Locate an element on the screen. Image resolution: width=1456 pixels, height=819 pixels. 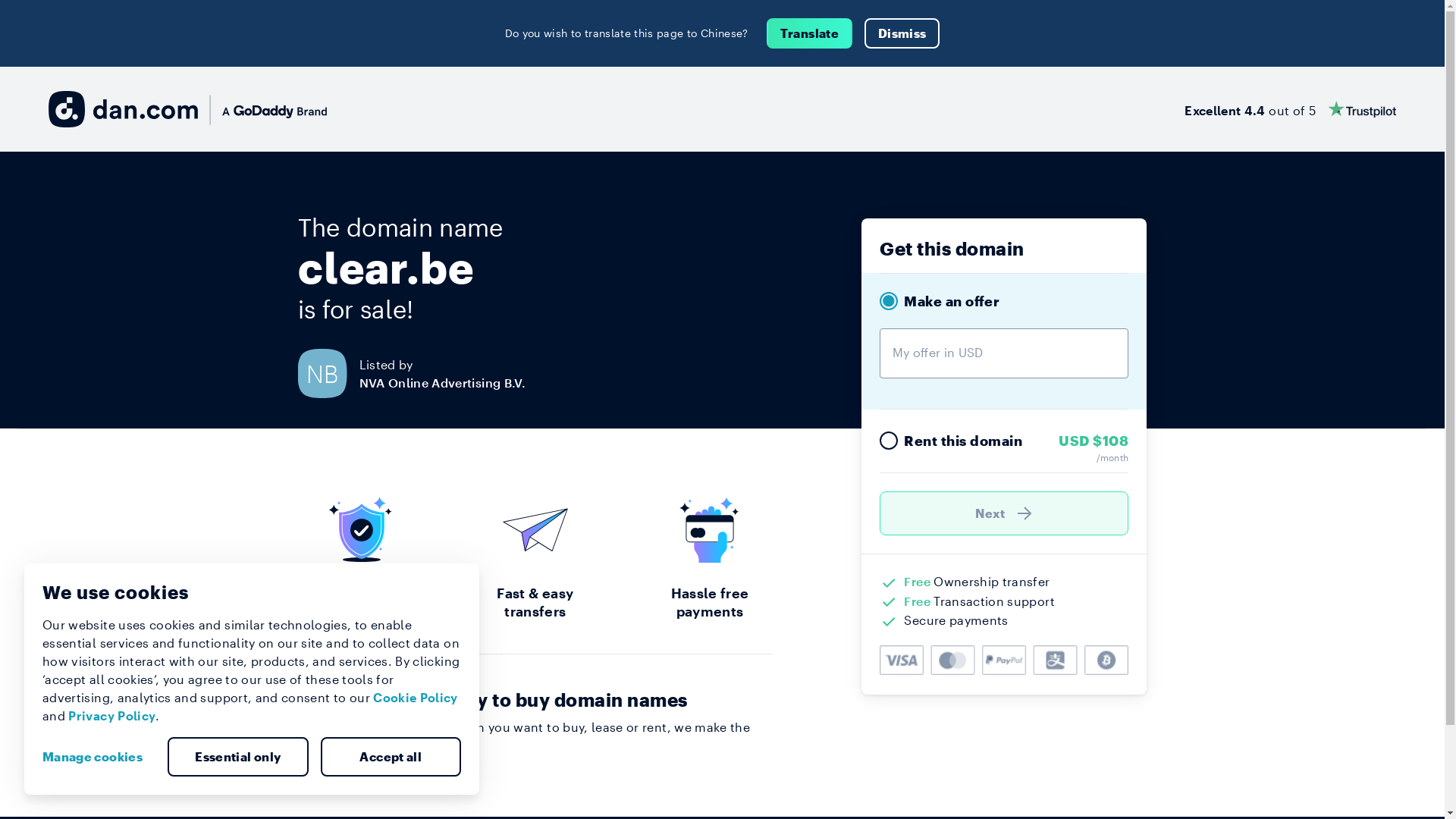
'Cookie Policy' is located at coordinates (415, 697).